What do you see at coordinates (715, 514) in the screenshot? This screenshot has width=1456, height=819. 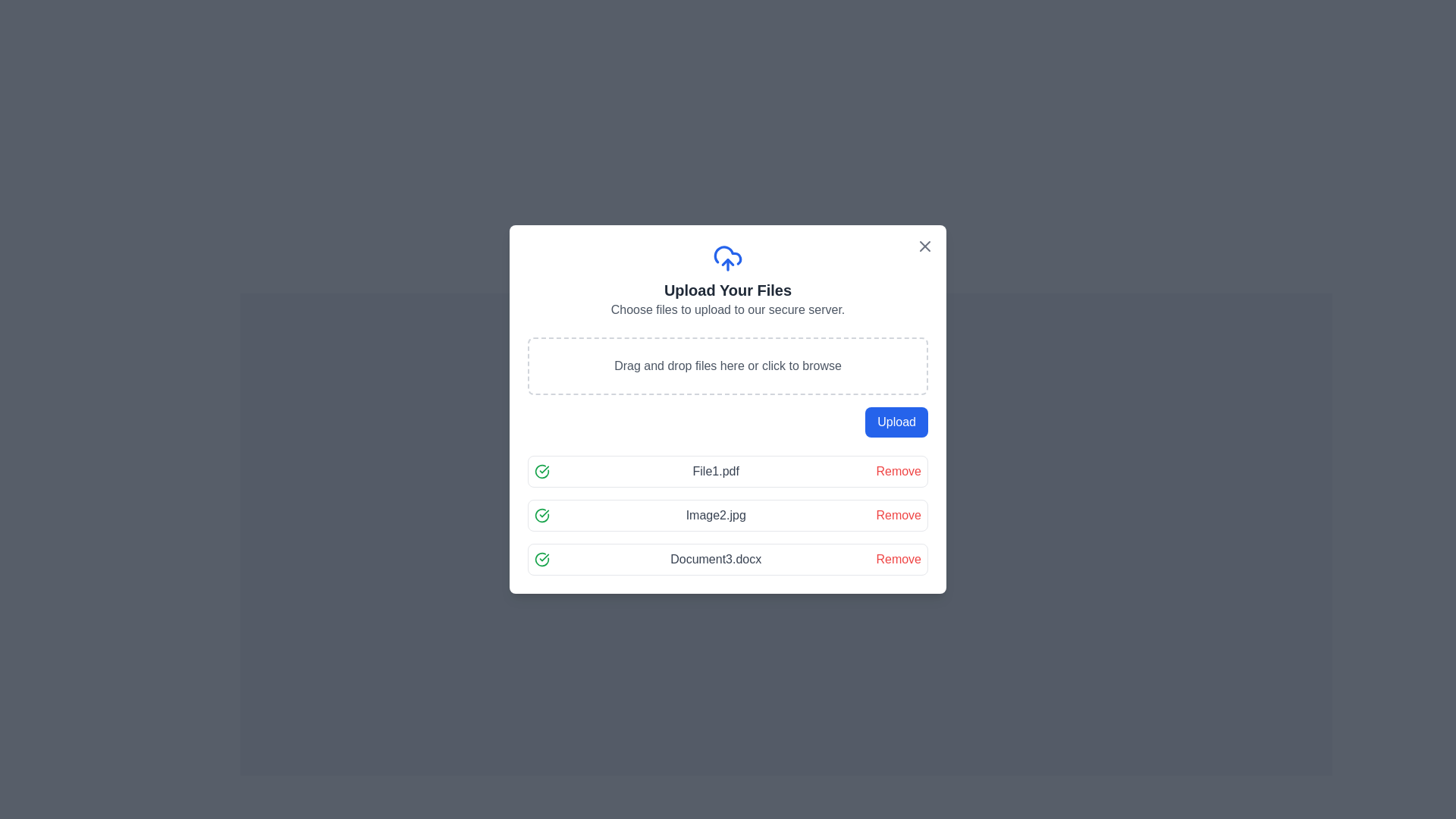 I see `the filename 'Image2.jpg' label located in the second entry of the vertical list of uploaded files` at bounding box center [715, 514].